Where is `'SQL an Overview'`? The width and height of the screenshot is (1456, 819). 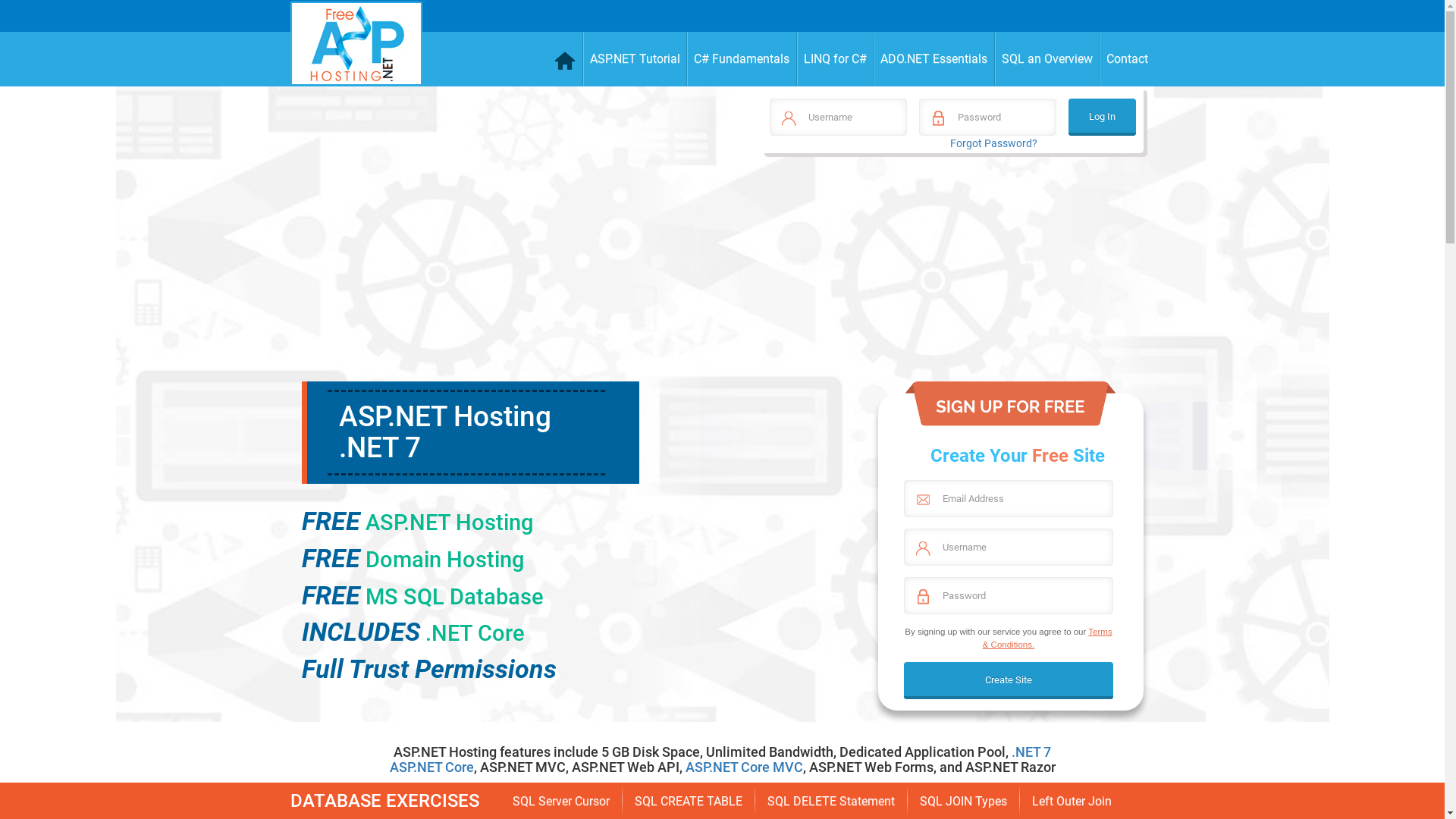 'SQL an Overview' is located at coordinates (1046, 58).